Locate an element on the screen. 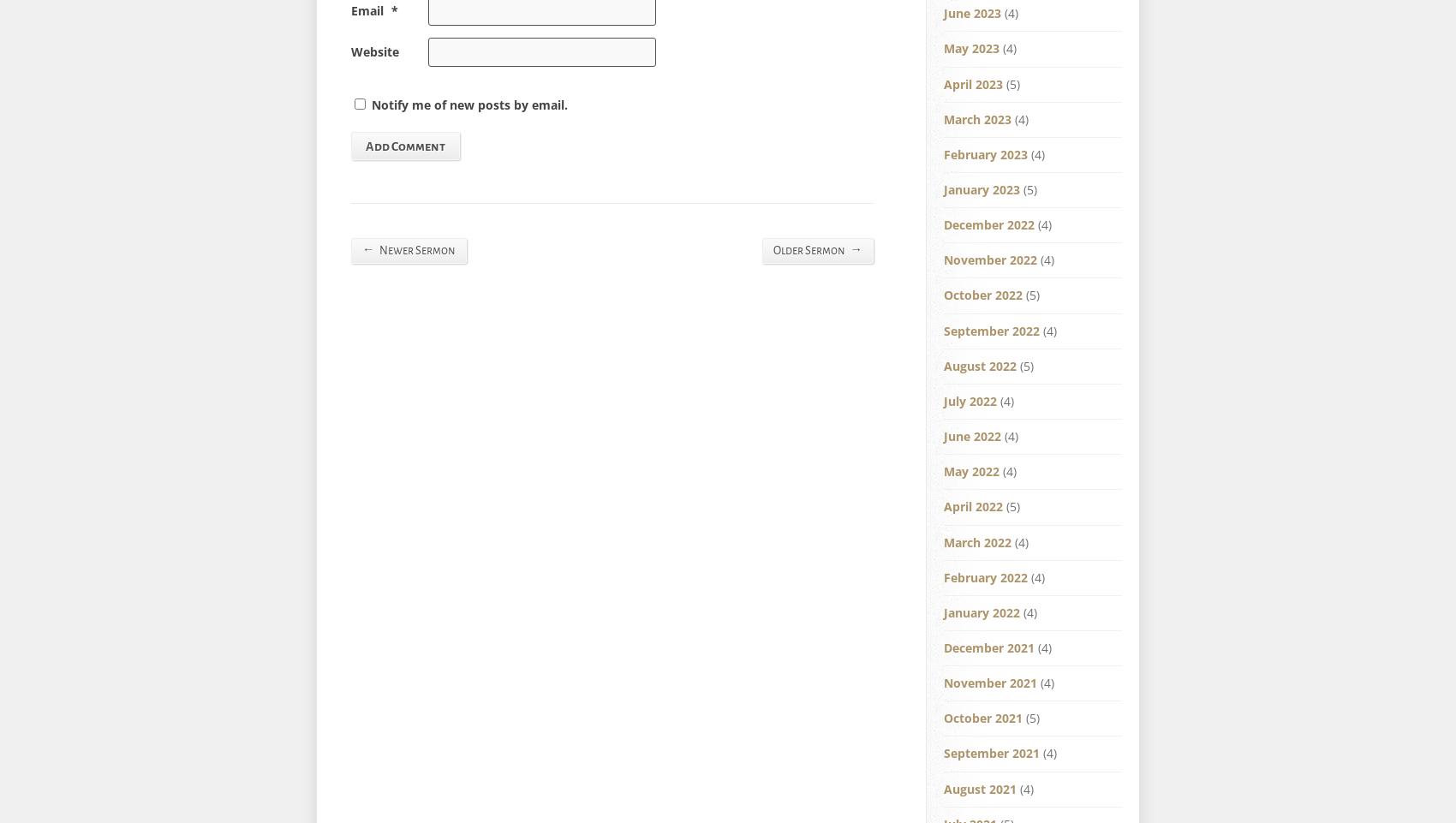 The height and width of the screenshot is (823, 1456). 'March 2022' is located at coordinates (977, 541).